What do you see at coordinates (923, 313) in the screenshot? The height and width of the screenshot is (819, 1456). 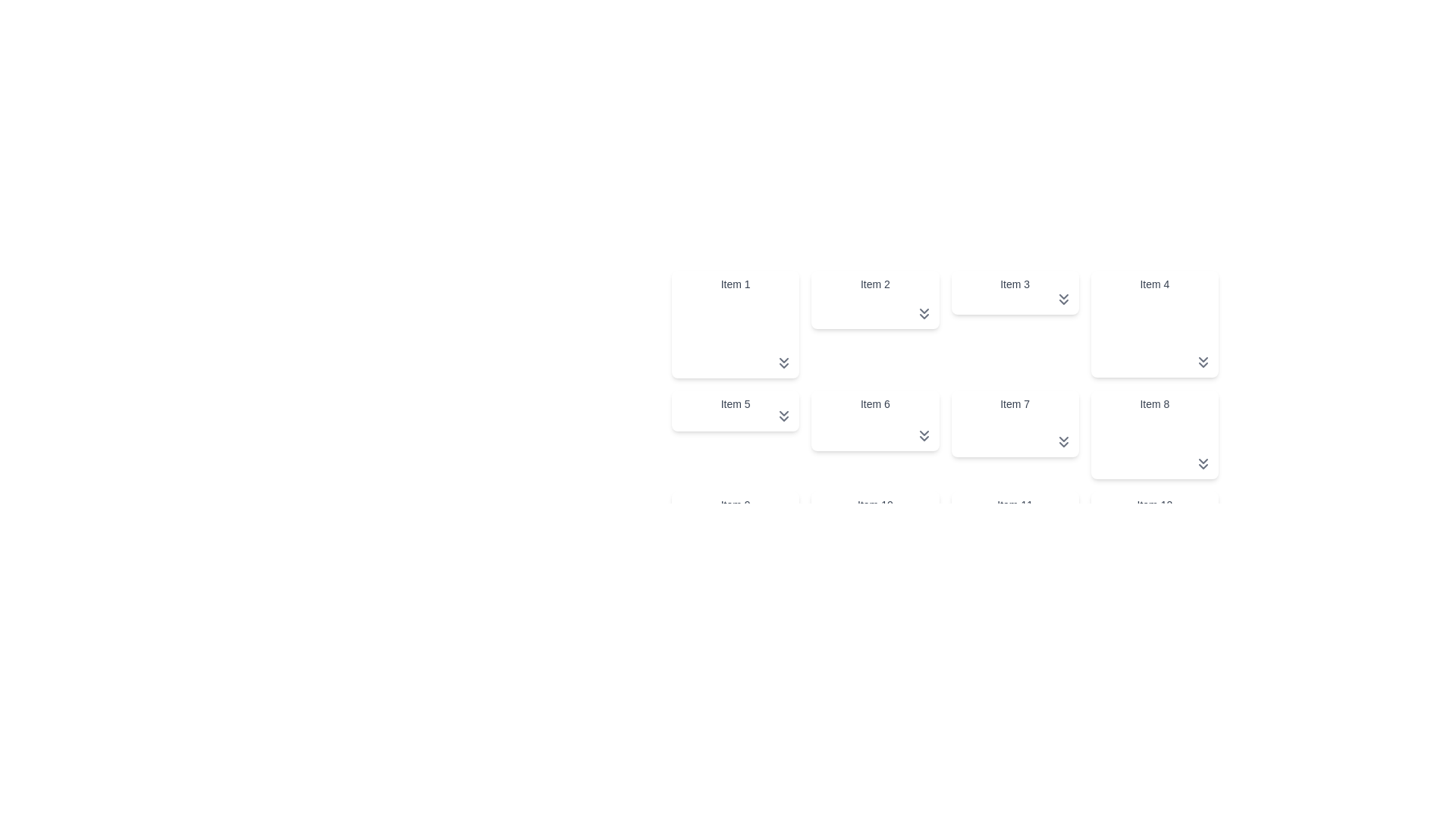 I see `the downward double-chevron arrow button located at the bottom-right corner of the 'Item 2' card` at bounding box center [923, 313].